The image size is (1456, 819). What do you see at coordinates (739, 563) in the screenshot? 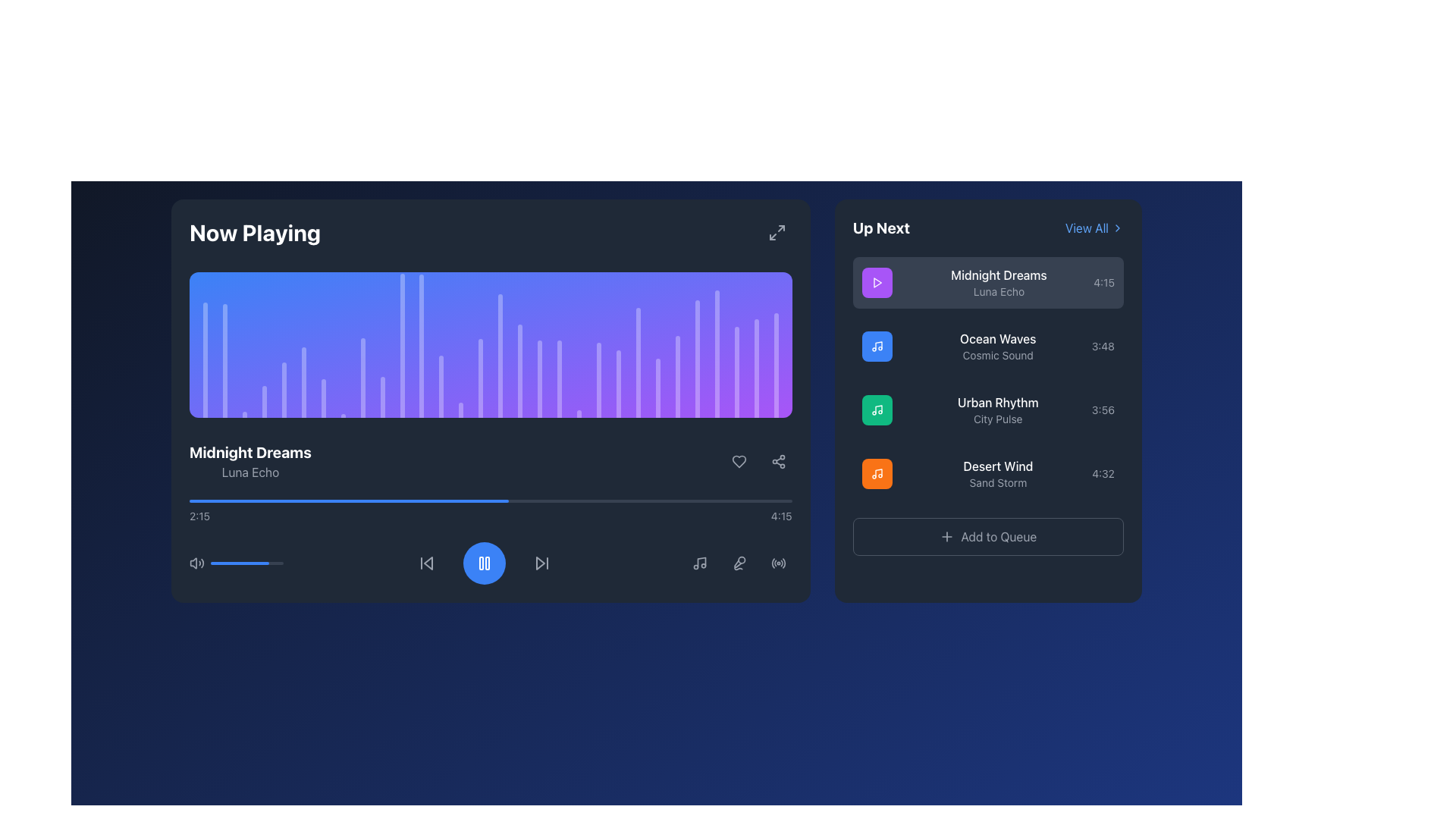
I see `the microphone-related button located in the bottom-right corner of the music player interface` at bounding box center [739, 563].